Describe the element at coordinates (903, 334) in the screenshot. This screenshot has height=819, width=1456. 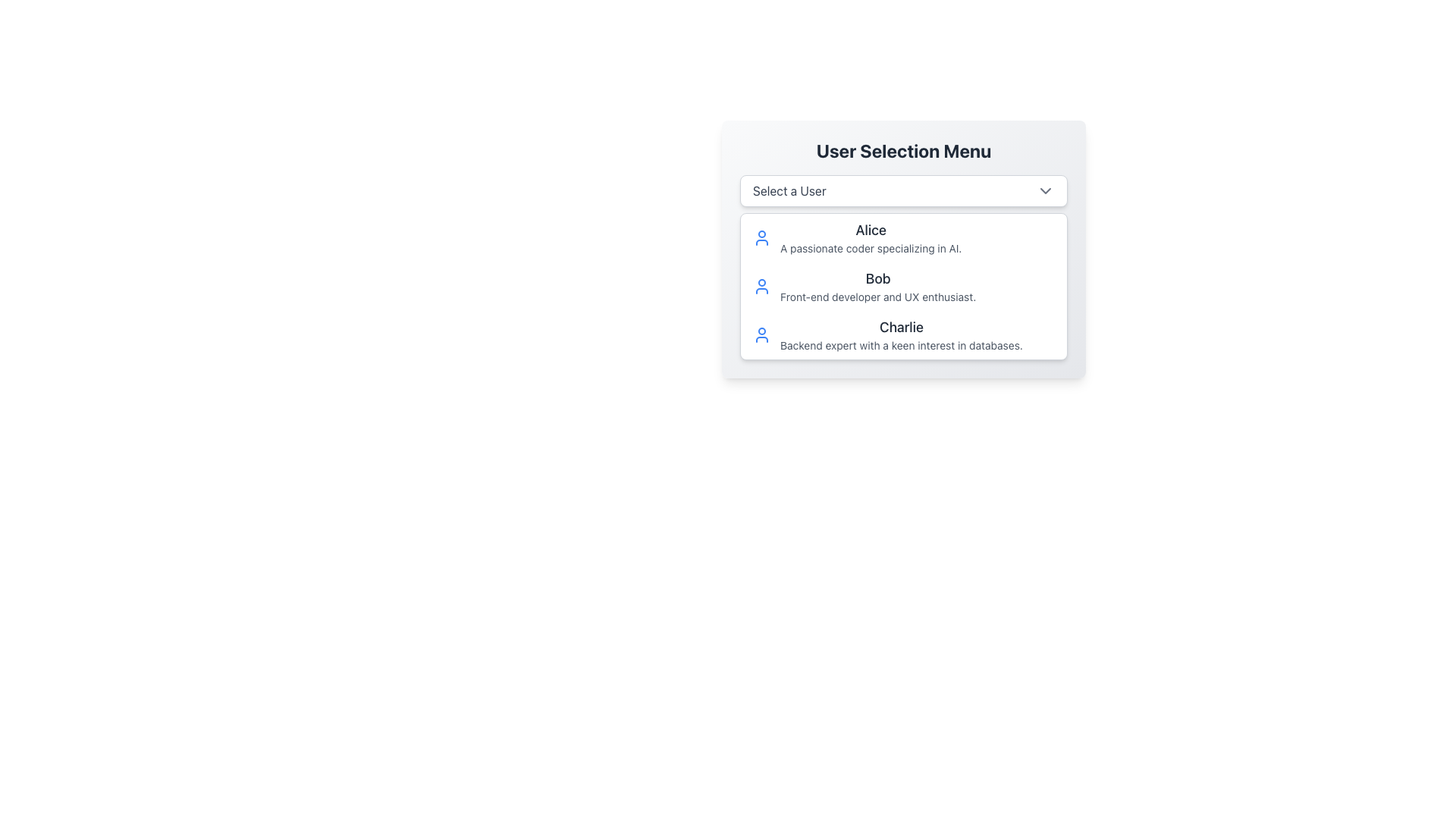
I see `the user selection item representing 'Charlie' in the 'User Selection Menu'` at that location.